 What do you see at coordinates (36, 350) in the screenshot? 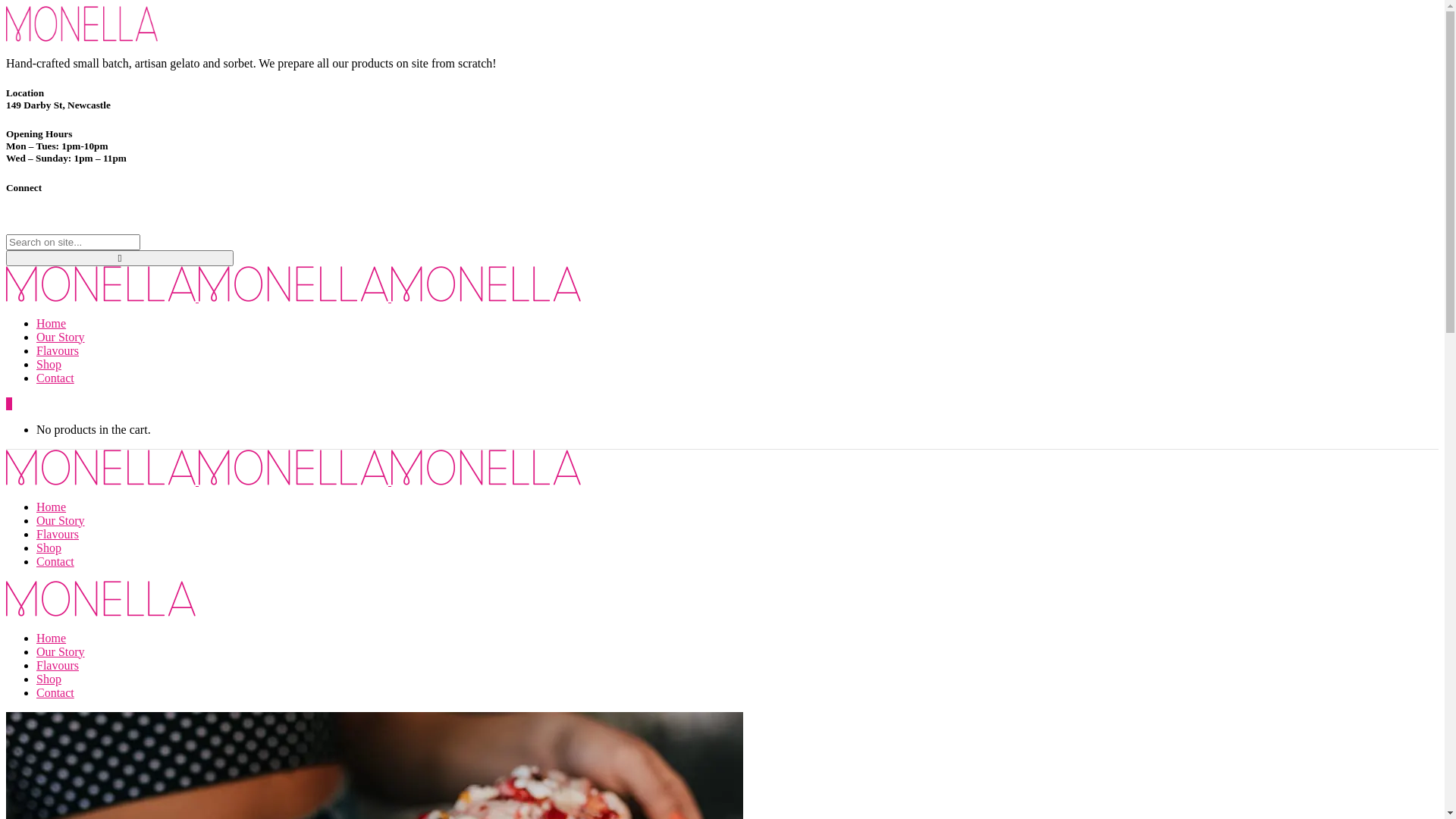
I see `'Flavours'` at bounding box center [36, 350].